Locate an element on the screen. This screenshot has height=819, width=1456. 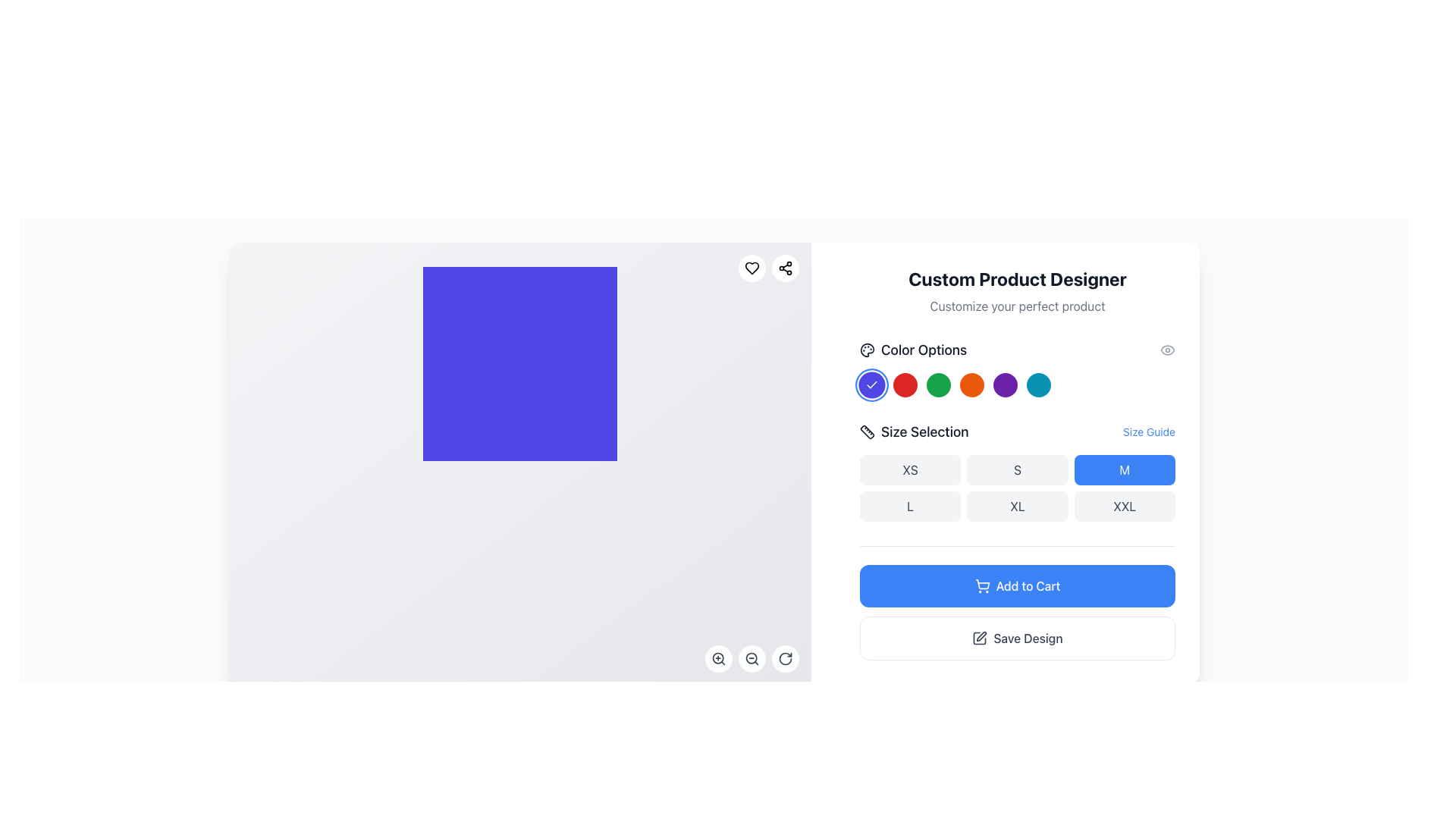
the Share button icon, which resembles a share symbol with three circles connected by two lines is located at coordinates (786, 268).